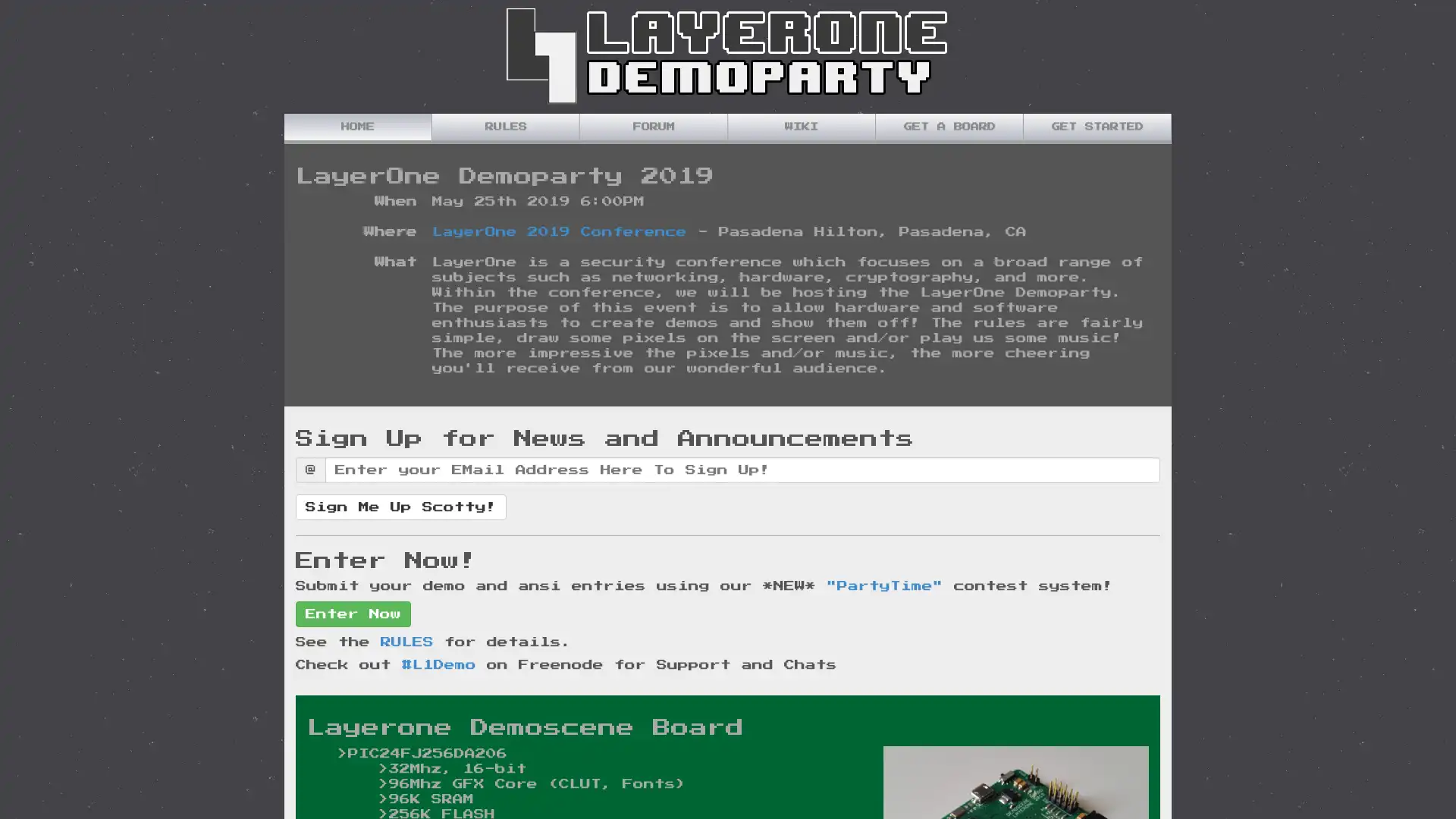 This screenshot has width=1456, height=819. Describe the element at coordinates (400, 506) in the screenshot. I see `Sign Me Up Scotty!` at that location.